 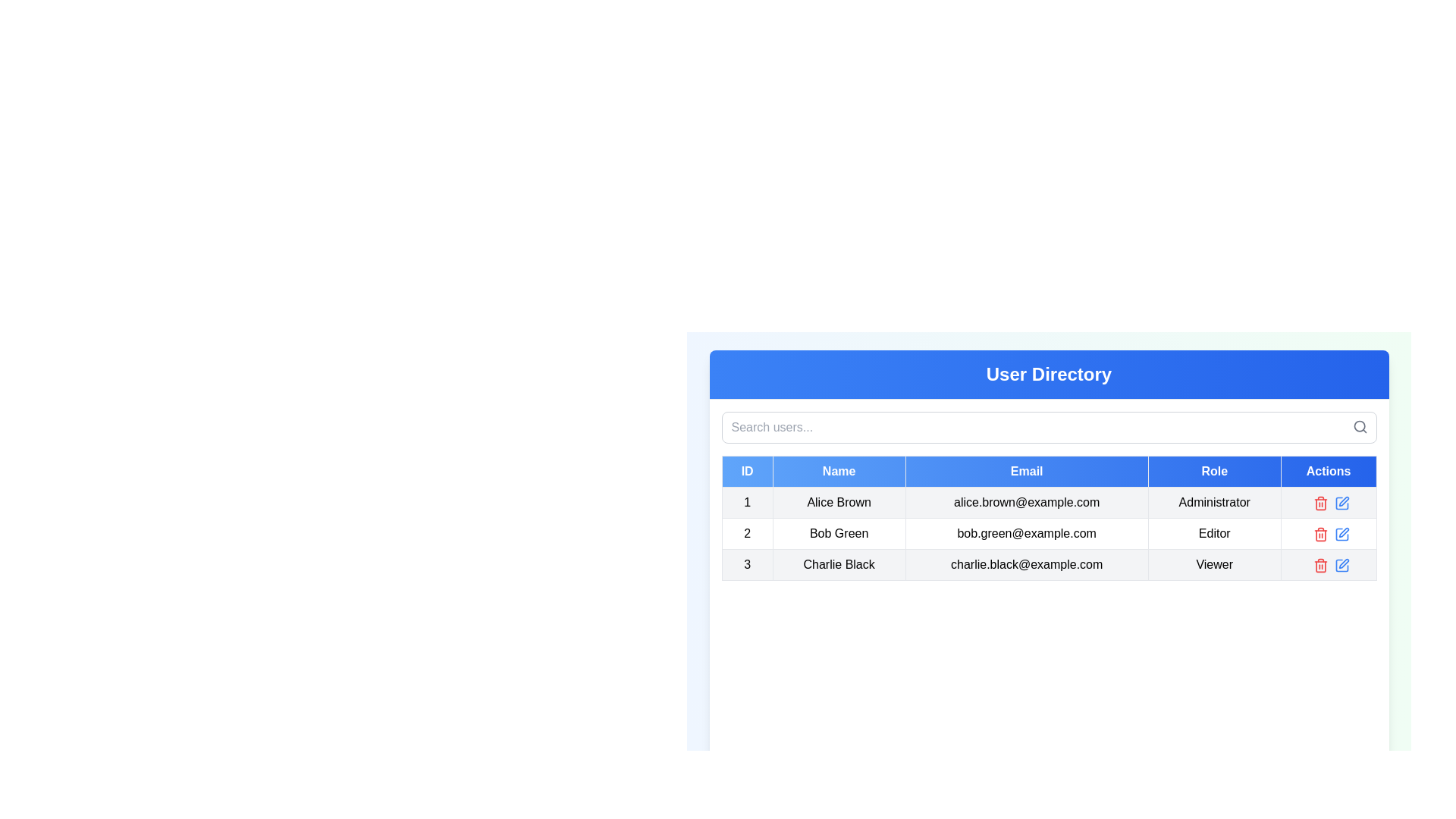 What do you see at coordinates (1342, 503) in the screenshot?
I see `the edit icon located in the actions column of the last row in the User Directory table, immediately to the right of the 'Viewer' role field` at bounding box center [1342, 503].